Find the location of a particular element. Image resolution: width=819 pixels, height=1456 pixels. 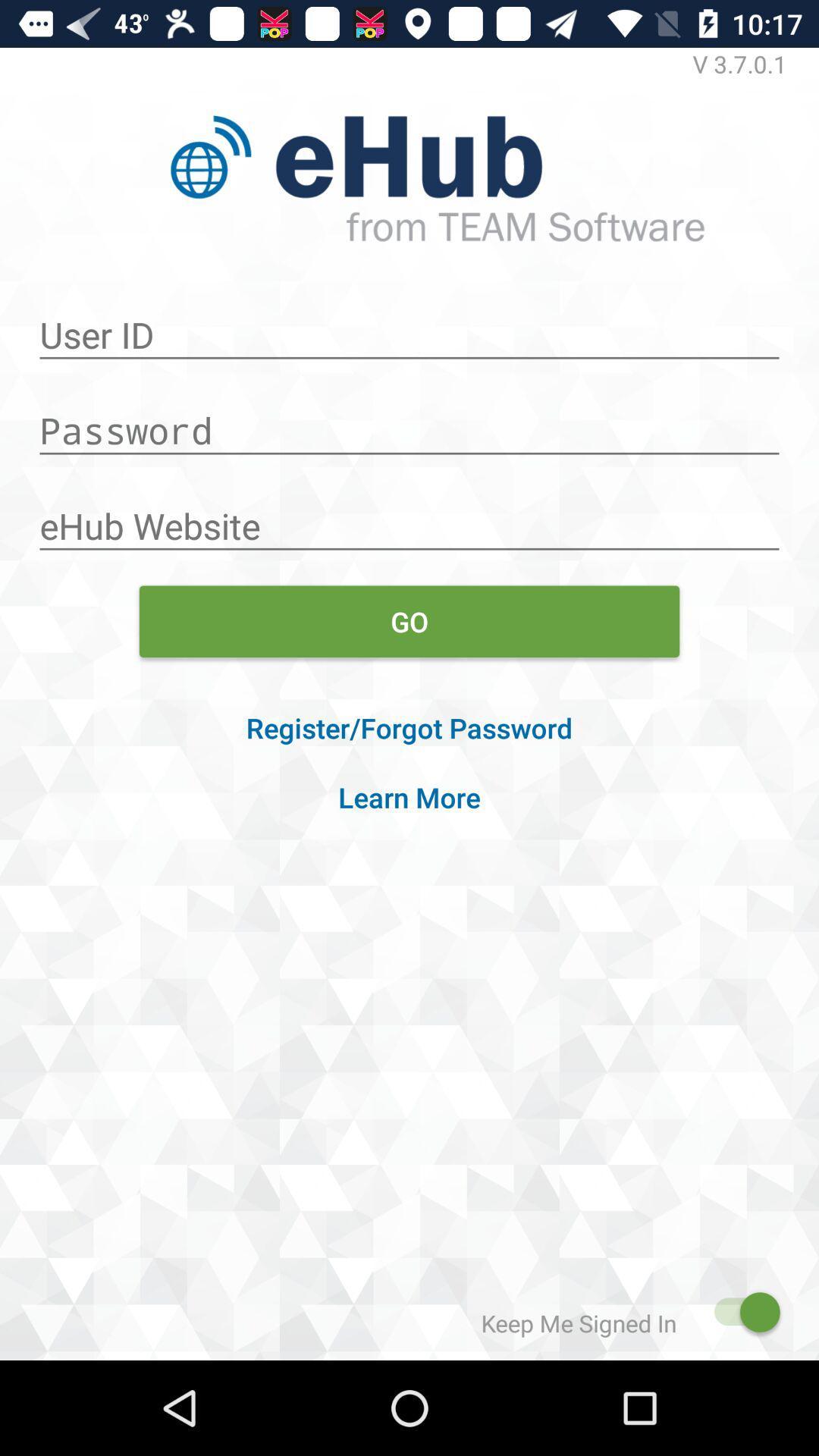

password text box is located at coordinates (409, 422).